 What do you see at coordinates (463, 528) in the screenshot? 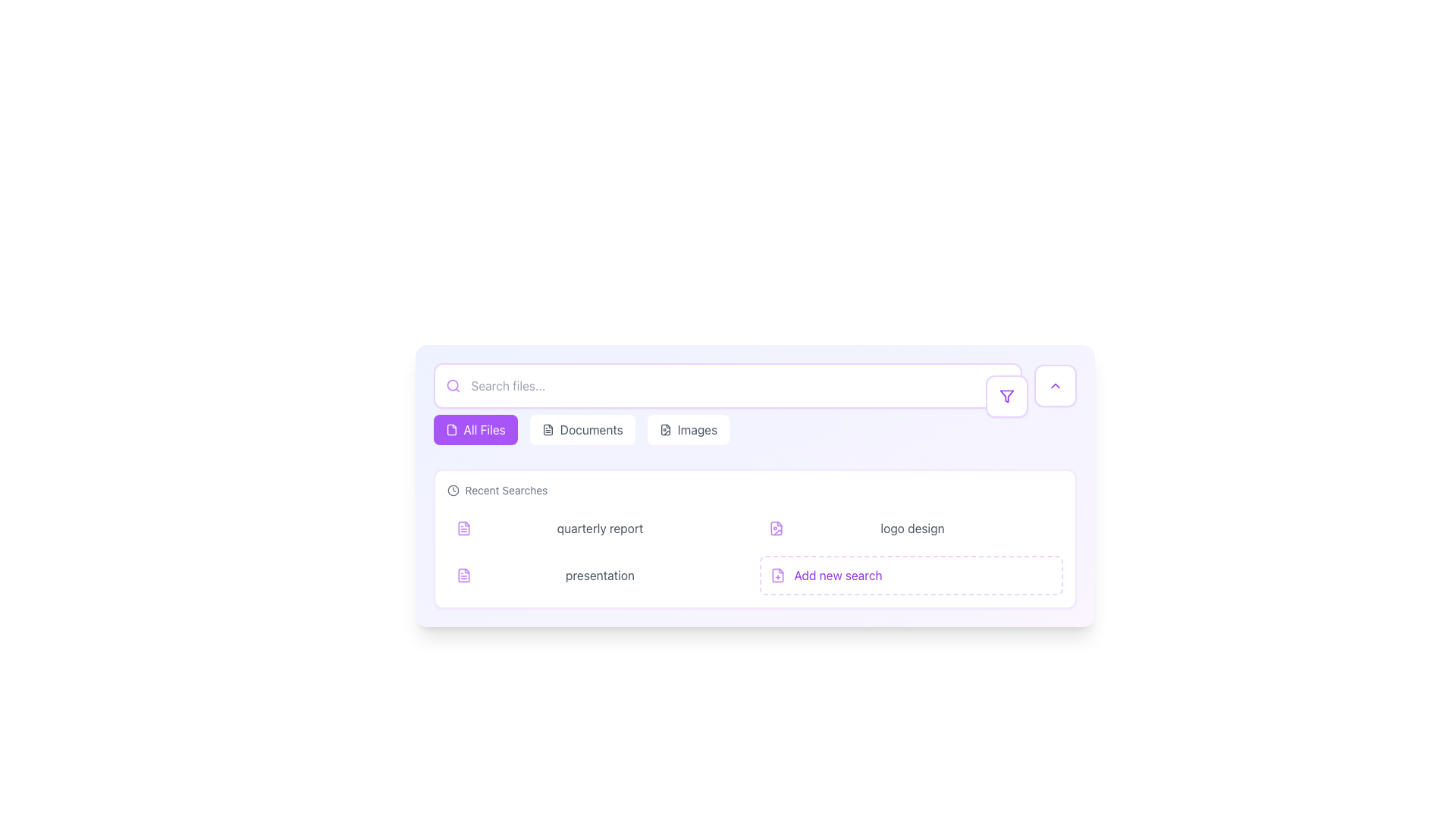
I see `the purple document icon located under the 'Recent Searches' heading, which is the first icon and has a rectangular shape with rounded edges` at bounding box center [463, 528].